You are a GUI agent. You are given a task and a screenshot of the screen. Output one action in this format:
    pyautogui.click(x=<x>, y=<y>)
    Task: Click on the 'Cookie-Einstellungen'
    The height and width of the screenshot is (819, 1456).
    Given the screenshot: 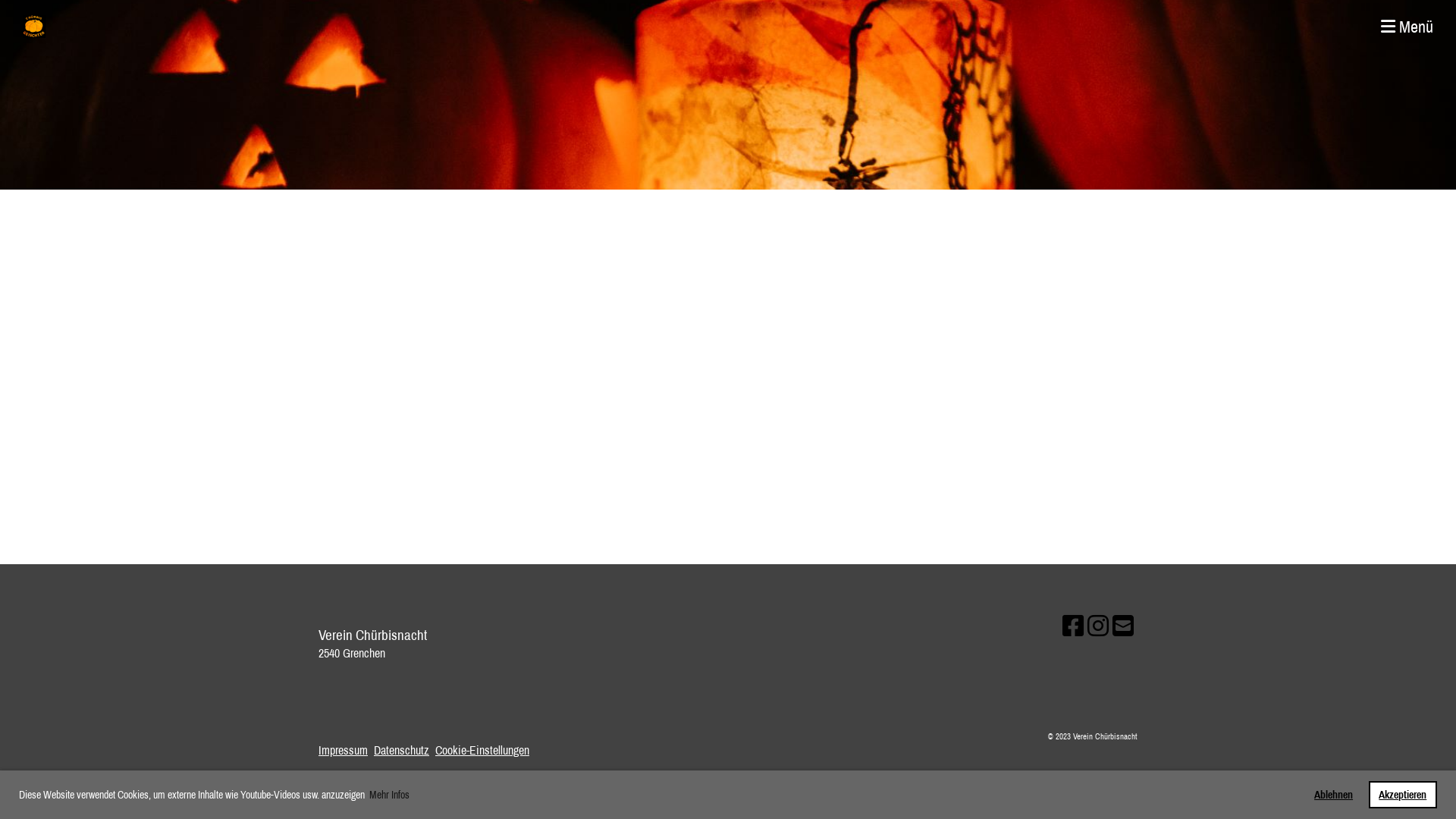 What is the action you would take?
    pyautogui.click(x=481, y=748)
    